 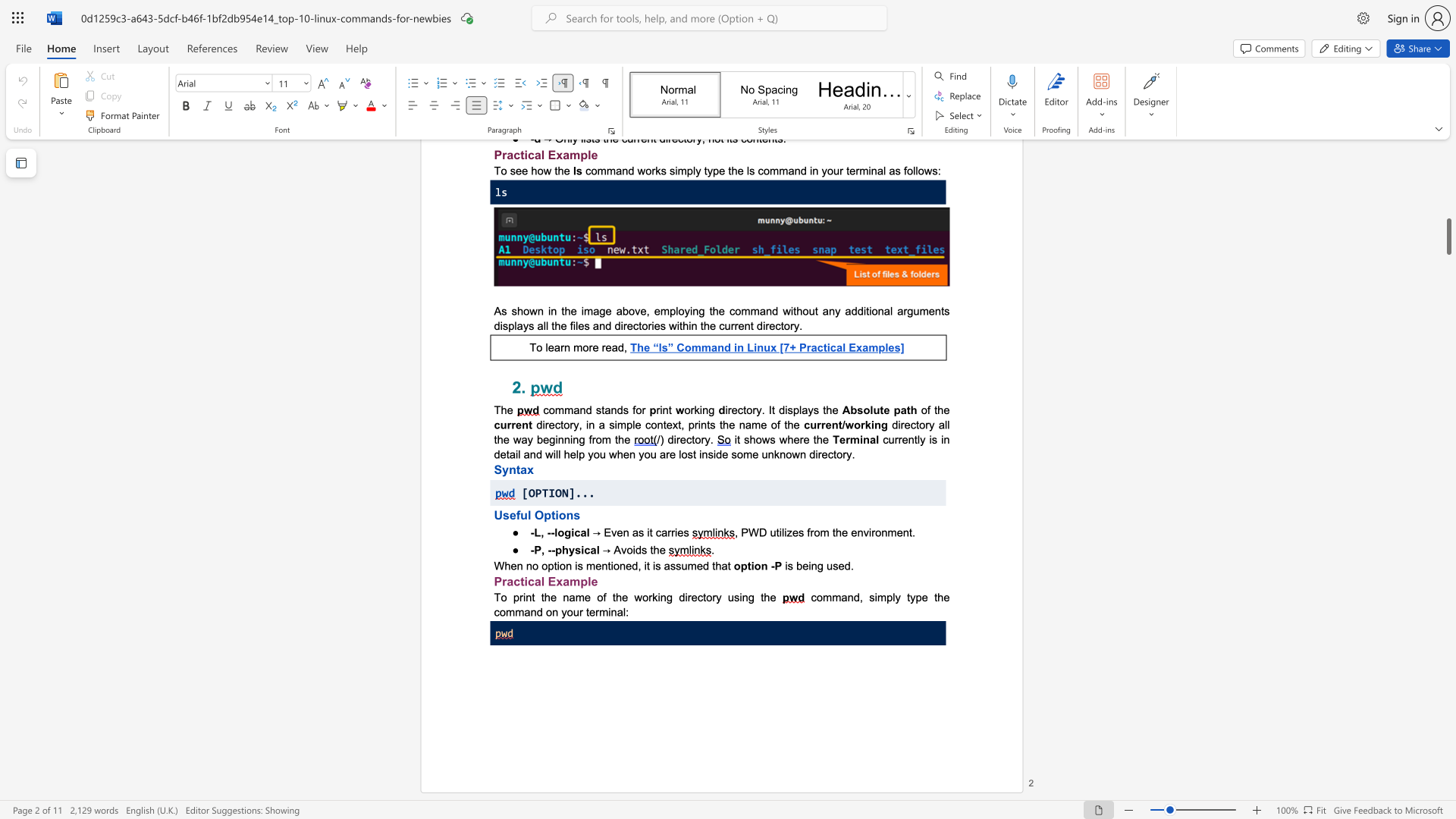 What do you see at coordinates (557, 493) in the screenshot?
I see `the 2th character "O" in the text` at bounding box center [557, 493].